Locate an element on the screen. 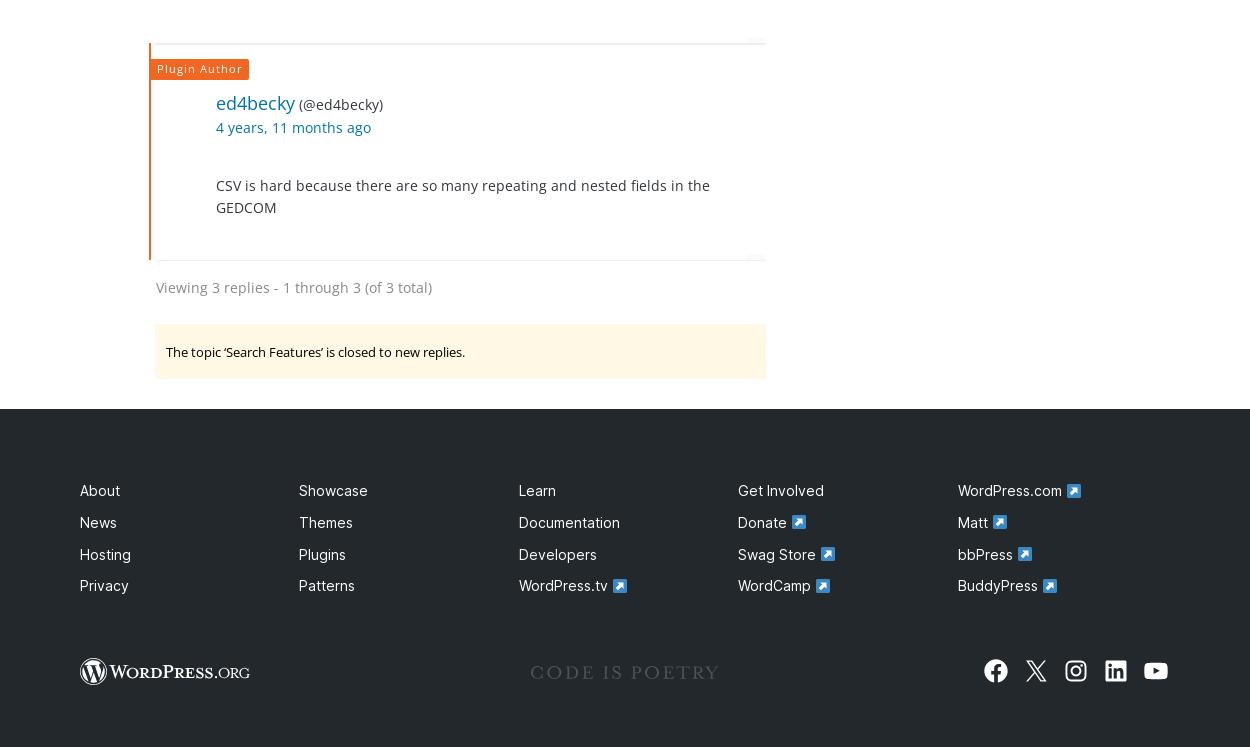 The height and width of the screenshot is (747, 1250). 'About' is located at coordinates (99, 489).